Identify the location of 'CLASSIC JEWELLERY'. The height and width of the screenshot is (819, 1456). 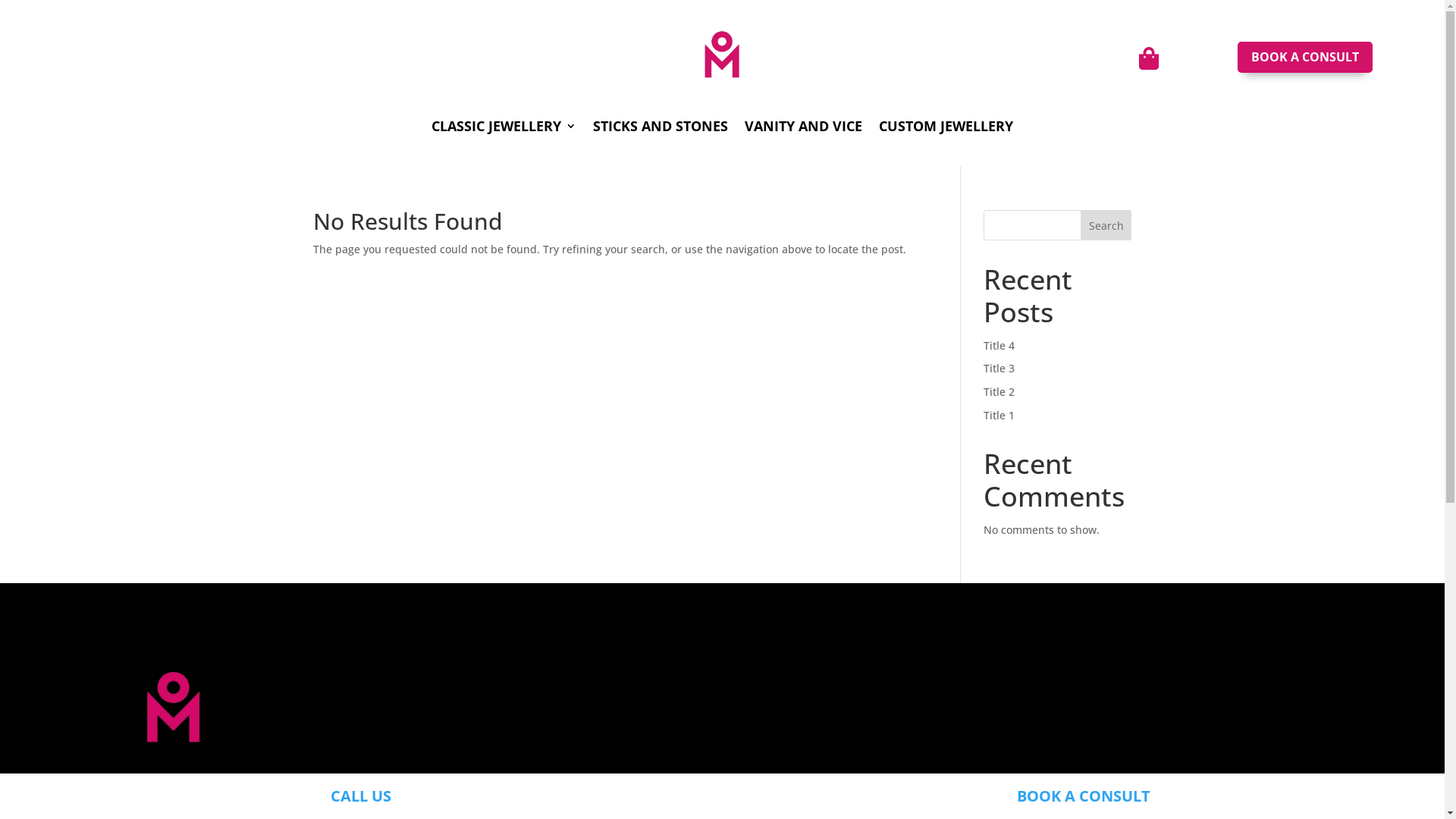
(431, 127).